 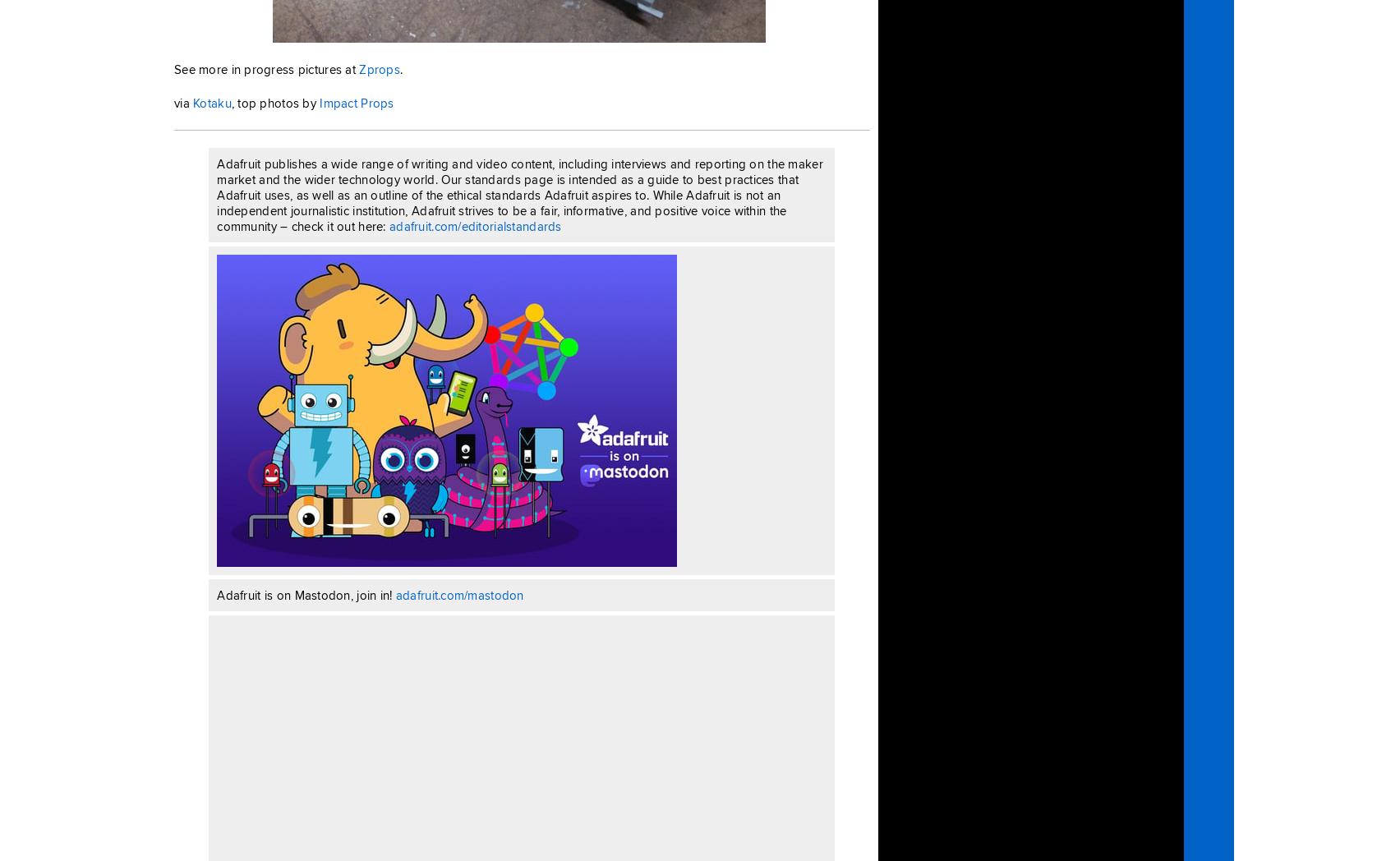 What do you see at coordinates (389, 224) in the screenshot?
I see `'adafruit.com/editorialstandards'` at bounding box center [389, 224].